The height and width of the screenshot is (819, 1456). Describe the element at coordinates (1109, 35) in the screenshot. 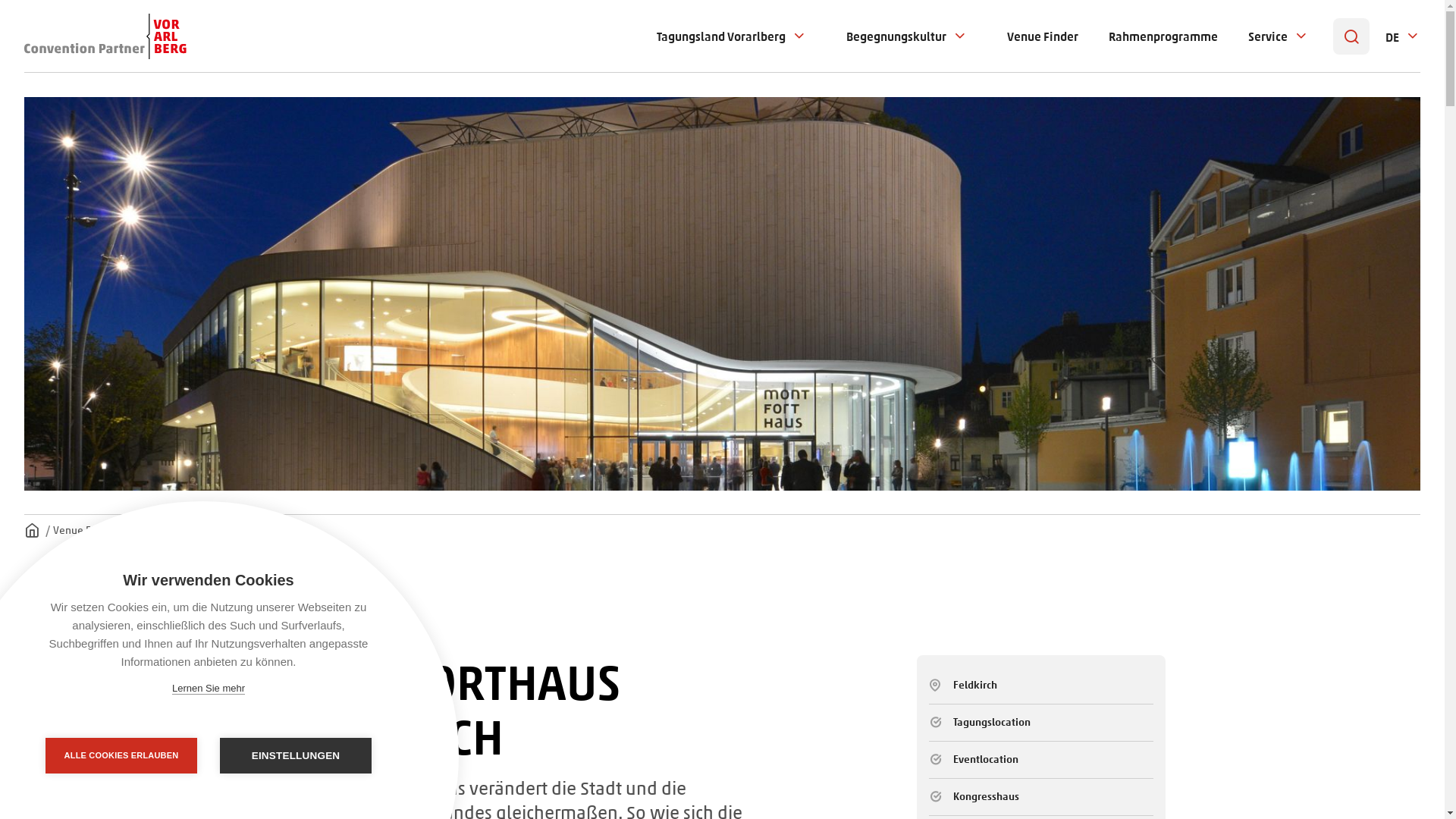

I see `'Rahmenprogramme'` at that location.